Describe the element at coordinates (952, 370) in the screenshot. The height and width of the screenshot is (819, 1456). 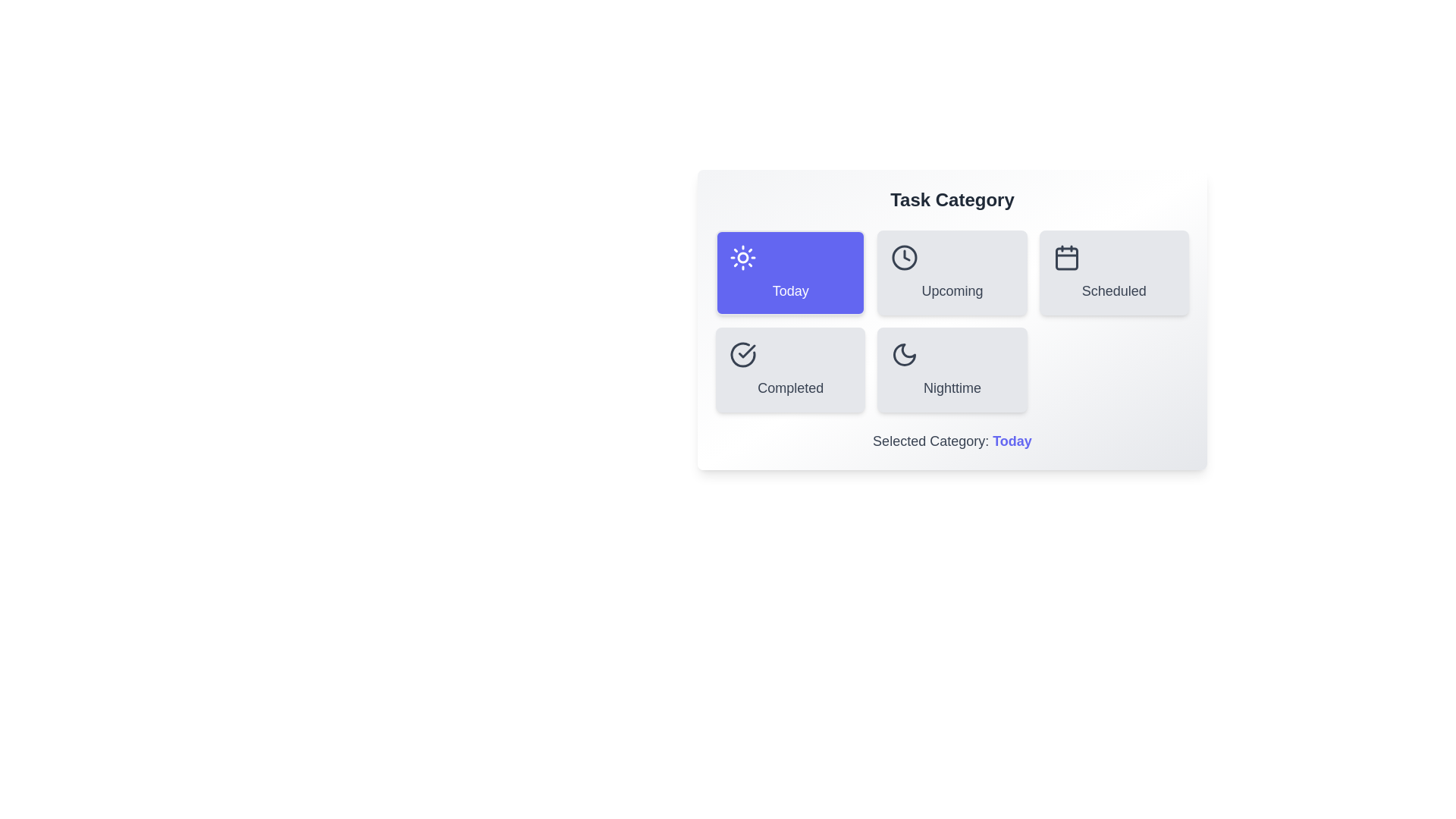
I see `the category button labeled 'Nighttime' to observe its hover effect` at that location.